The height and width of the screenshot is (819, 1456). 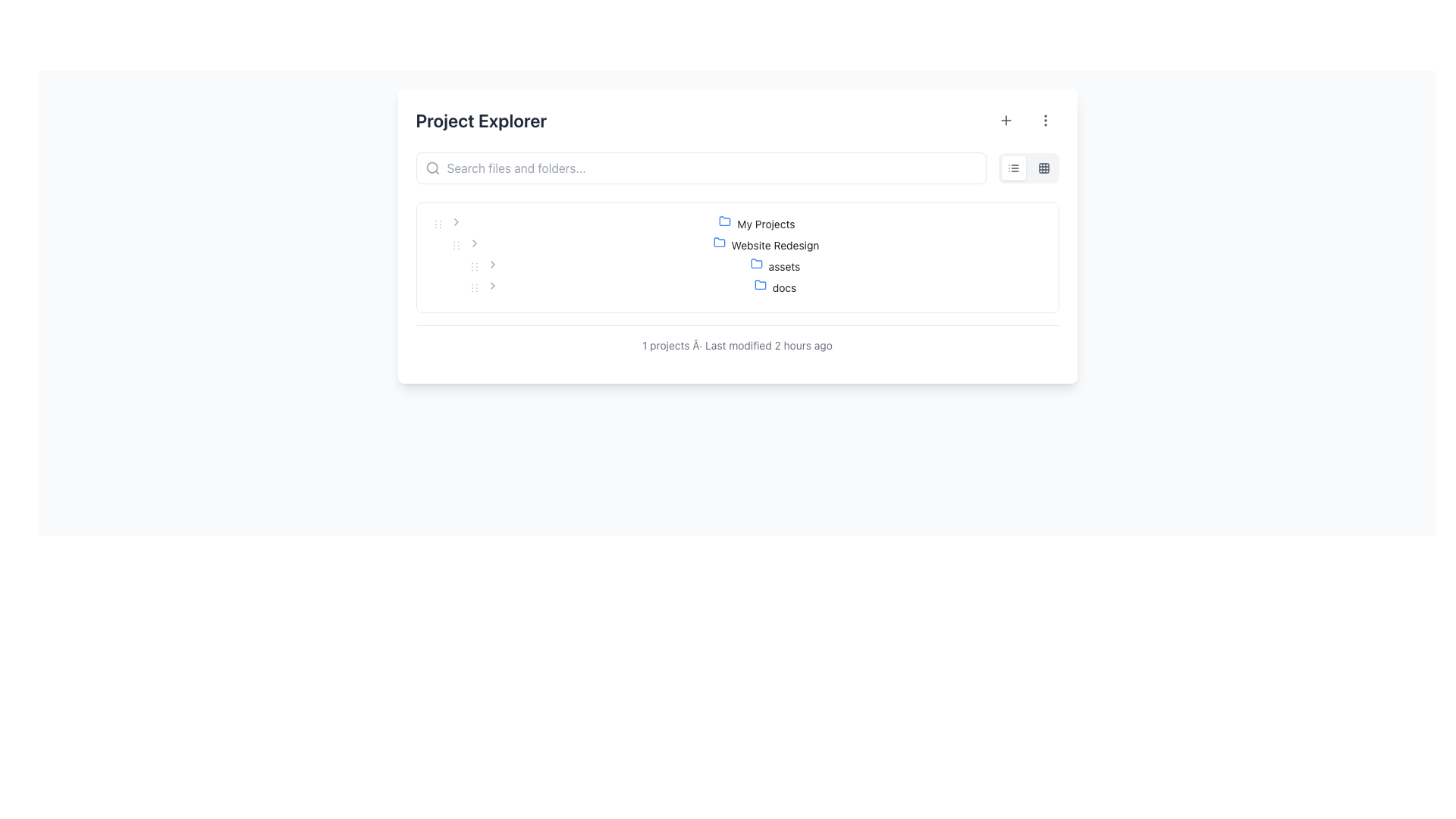 What do you see at coordinates (1013, 168) in the screenshot?
I see `the list icon button, which is a small icon resembling a series of horizontal lines stacked vertically` at bounding box center [1013, 168].